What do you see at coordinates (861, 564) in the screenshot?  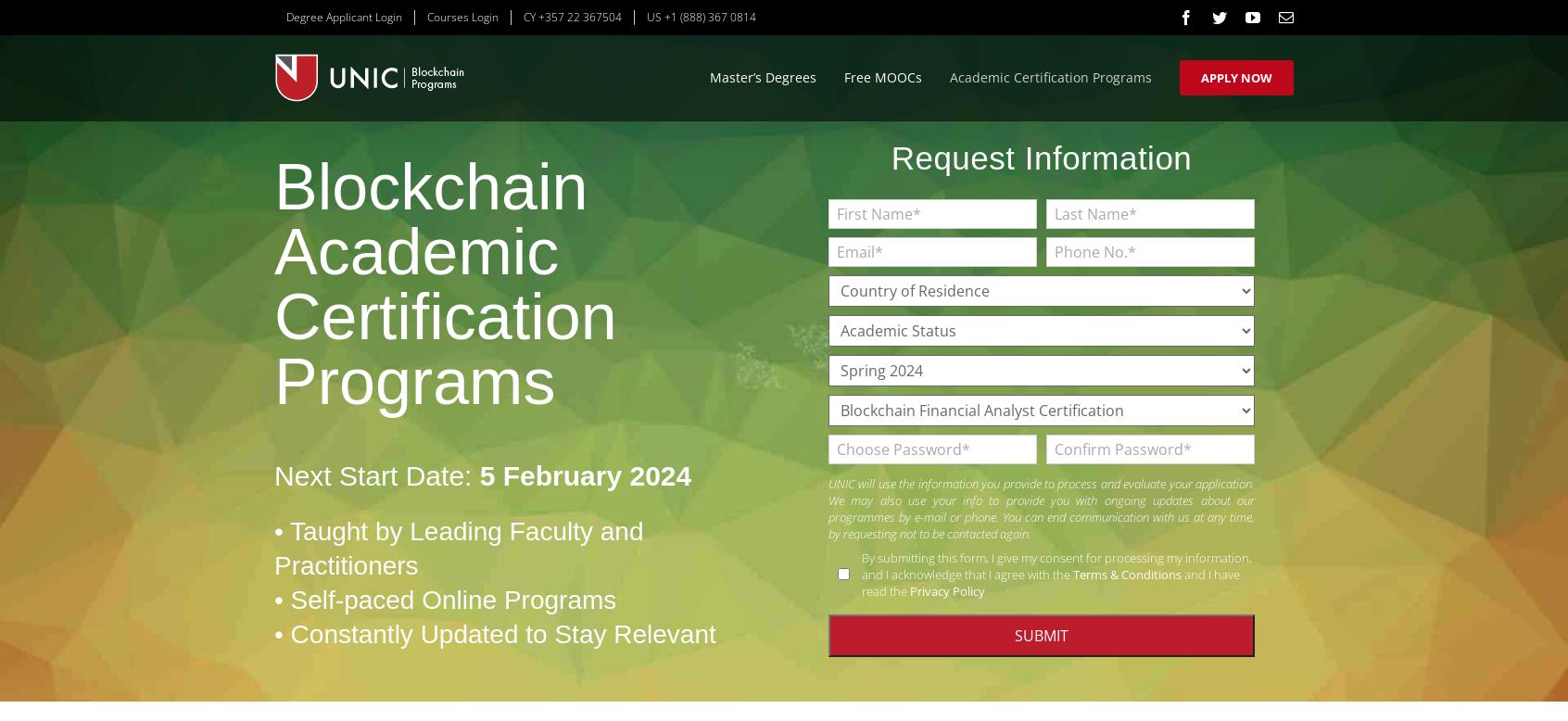 I see `'By submitting this form, I give my consent for processing my information, and I acknowledge that I agree with the'` at bounding box center [861, 564].